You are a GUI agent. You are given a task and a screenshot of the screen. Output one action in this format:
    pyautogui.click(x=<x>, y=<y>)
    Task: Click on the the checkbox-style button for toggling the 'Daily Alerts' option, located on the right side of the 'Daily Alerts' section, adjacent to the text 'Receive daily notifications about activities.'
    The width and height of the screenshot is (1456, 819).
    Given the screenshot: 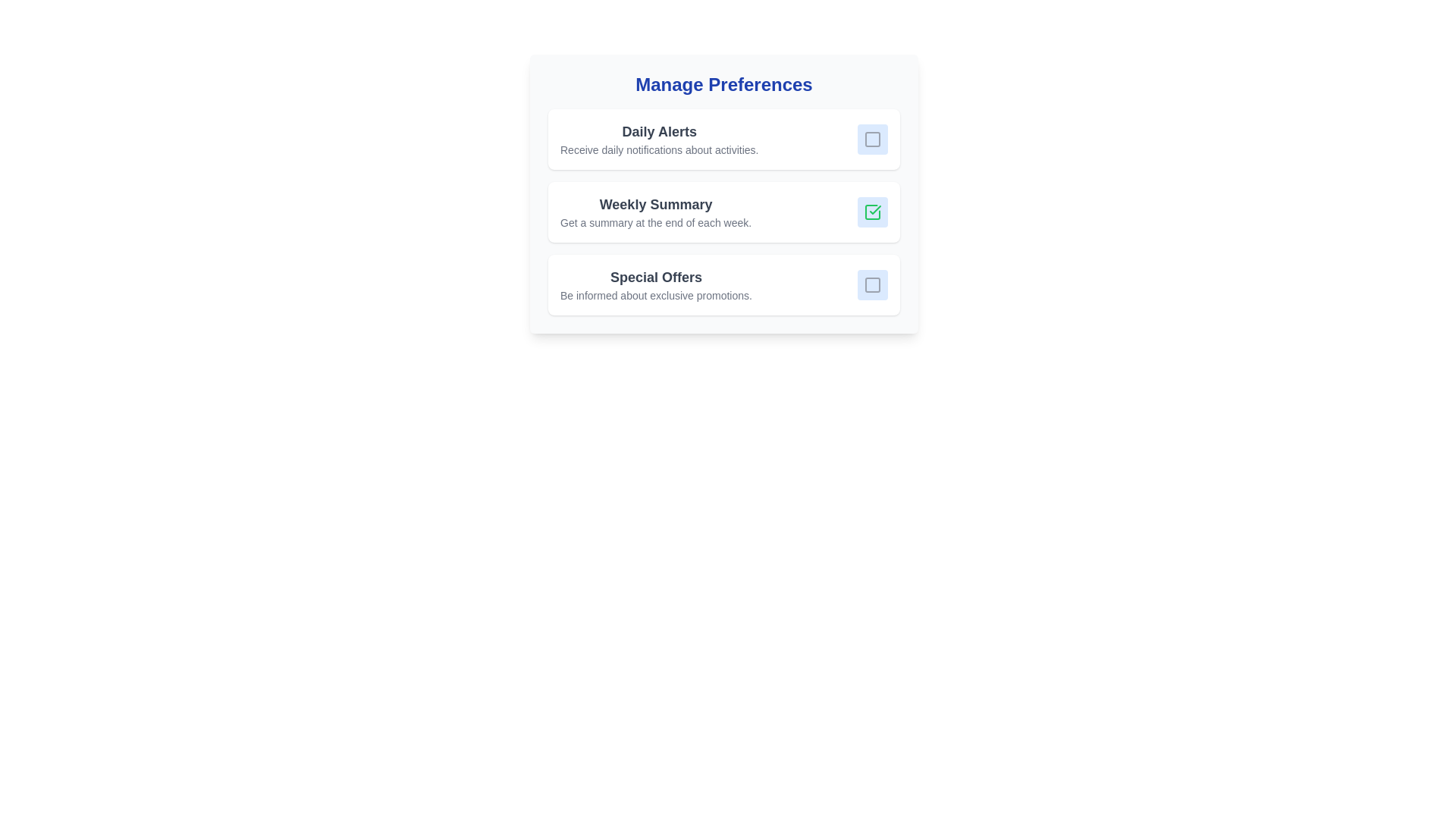 What is the action you would take?
    pyautogui.click(x=873, y=140)
    